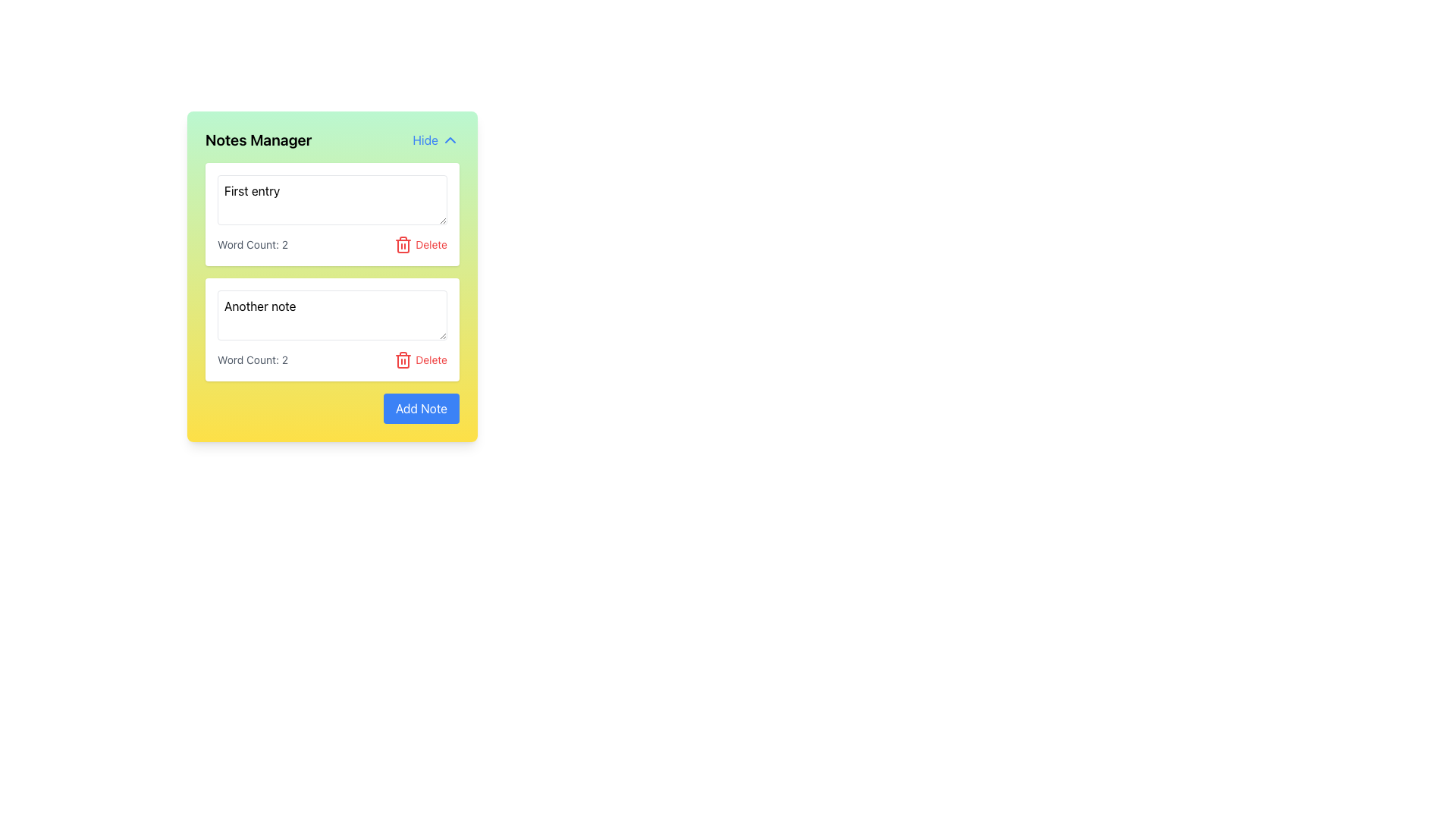 This screenshot has height=819, width=1456. I want to click on the red delete button with a trash can icon and the word 'Delete', so click(421, 244).